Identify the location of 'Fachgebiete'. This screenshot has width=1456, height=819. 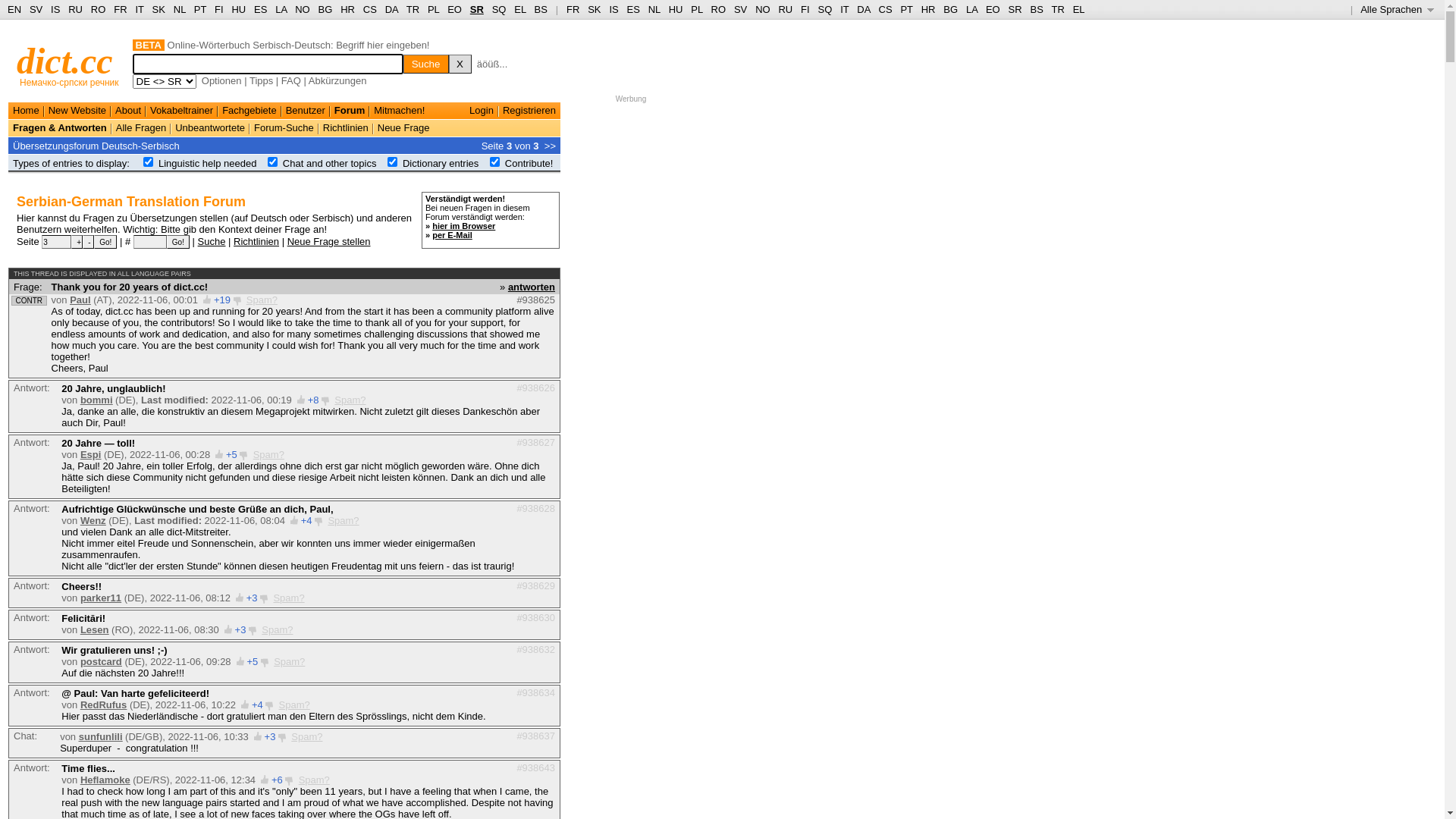
(249, 109).